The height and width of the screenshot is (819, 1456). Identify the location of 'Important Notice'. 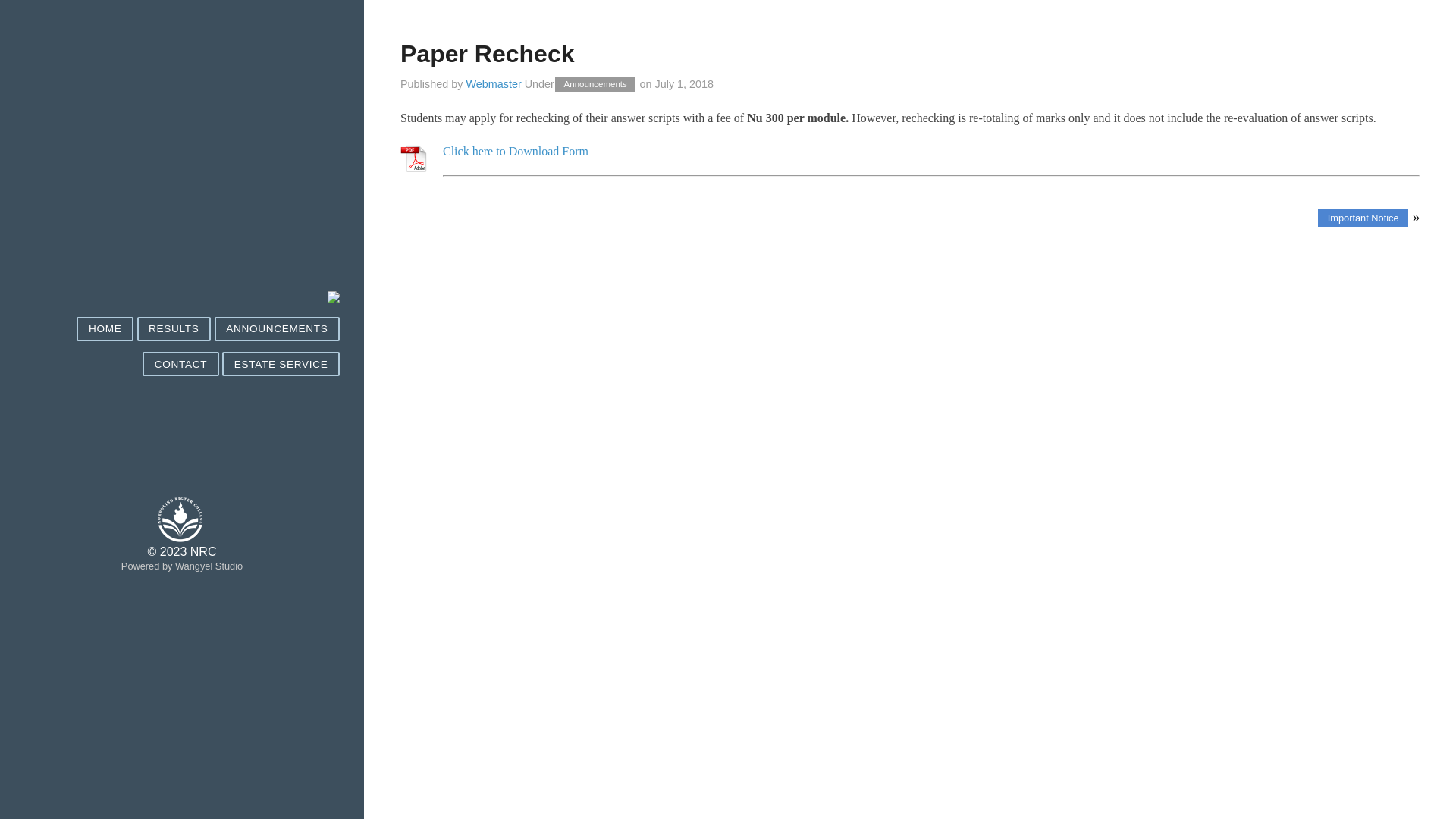
(1363, 218).